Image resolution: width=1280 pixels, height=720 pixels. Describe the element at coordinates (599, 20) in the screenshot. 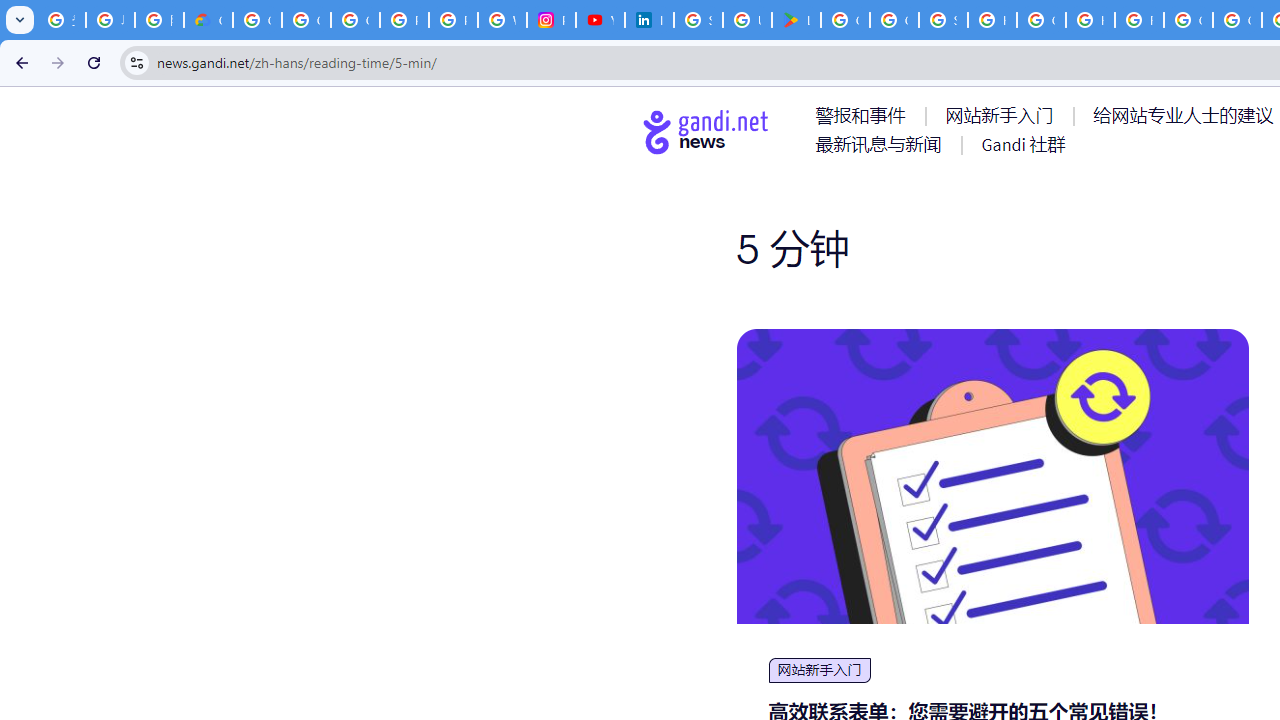

I see `'YouTube Culture & Trends - On The Rise: Handcam Videos'` at that location.